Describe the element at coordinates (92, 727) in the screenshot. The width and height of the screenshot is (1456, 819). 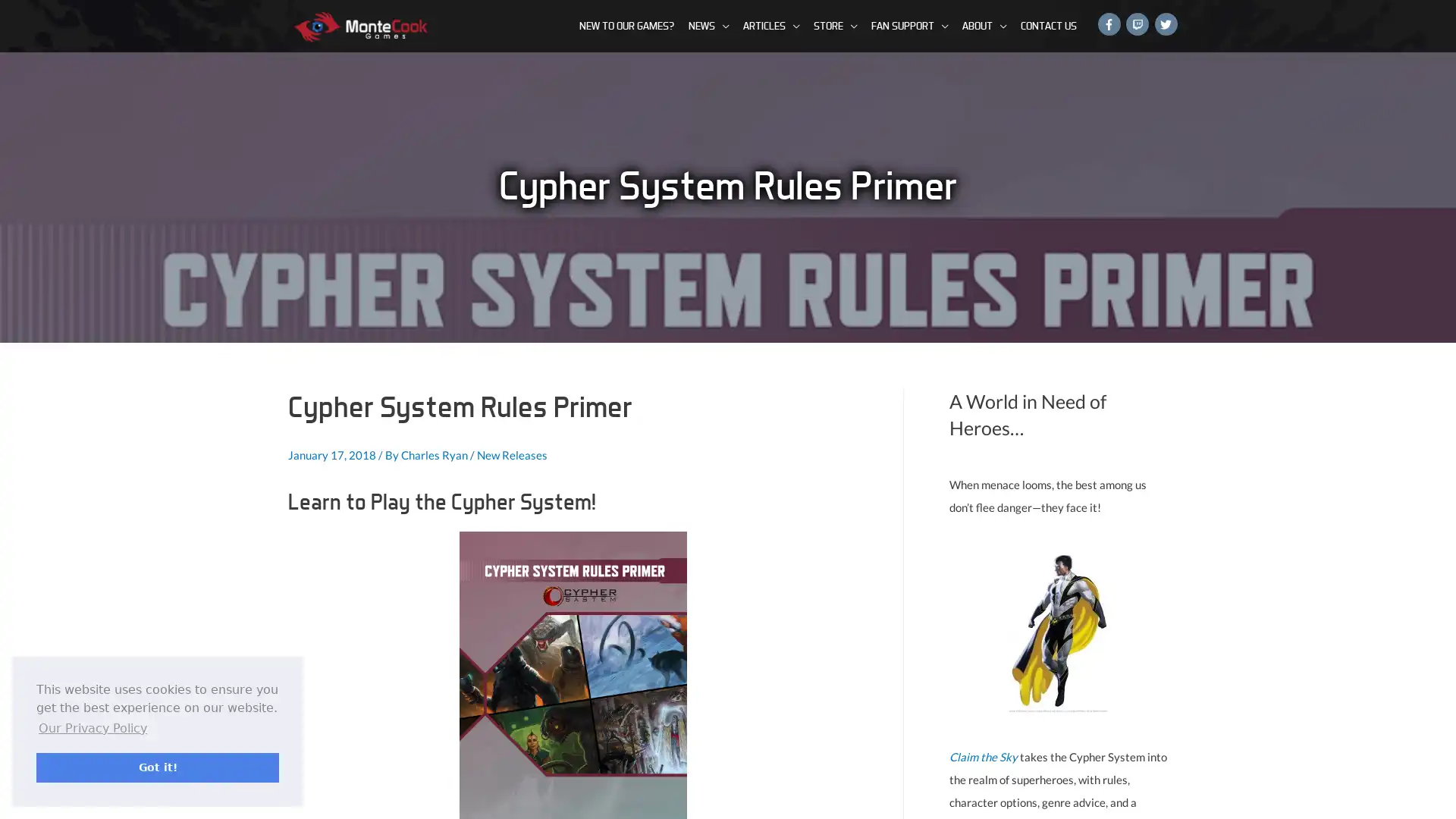
I see `learn more about cookies` at that location.